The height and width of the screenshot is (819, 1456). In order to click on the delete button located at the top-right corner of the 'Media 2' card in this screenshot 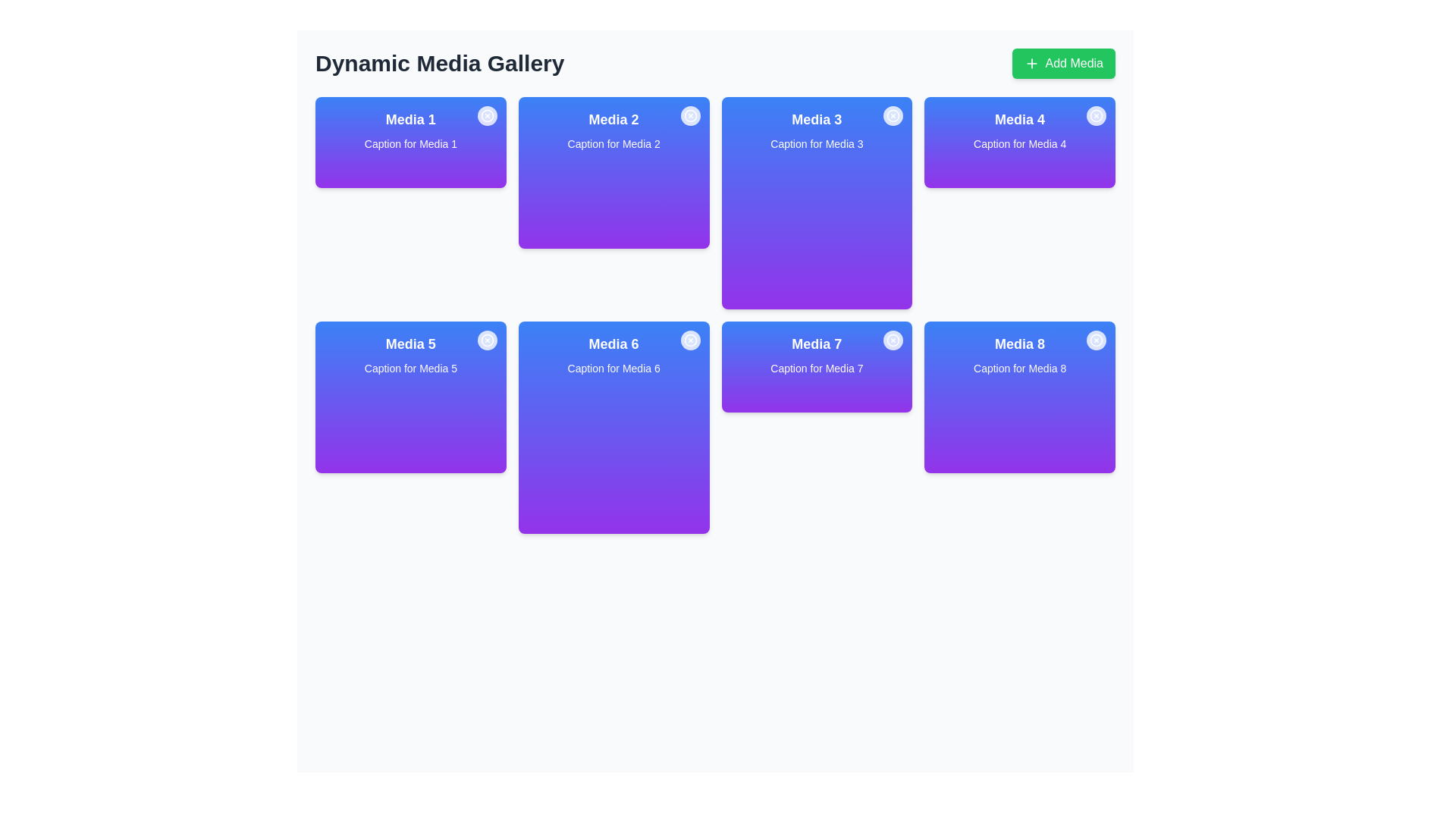, I will do `click(689, 115)`.